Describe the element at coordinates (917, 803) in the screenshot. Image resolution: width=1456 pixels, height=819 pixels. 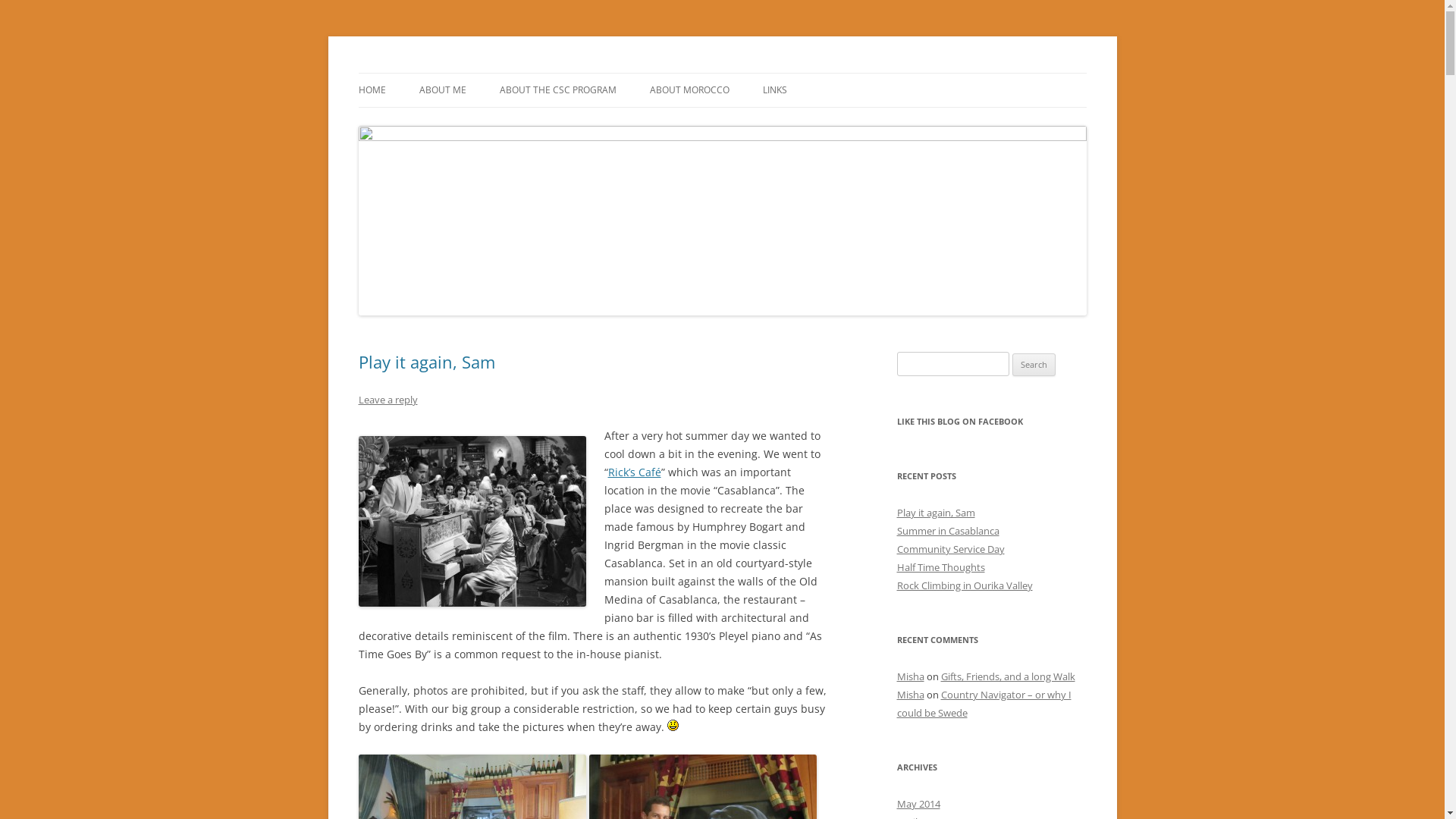
I see `'May 2014'` at that location.